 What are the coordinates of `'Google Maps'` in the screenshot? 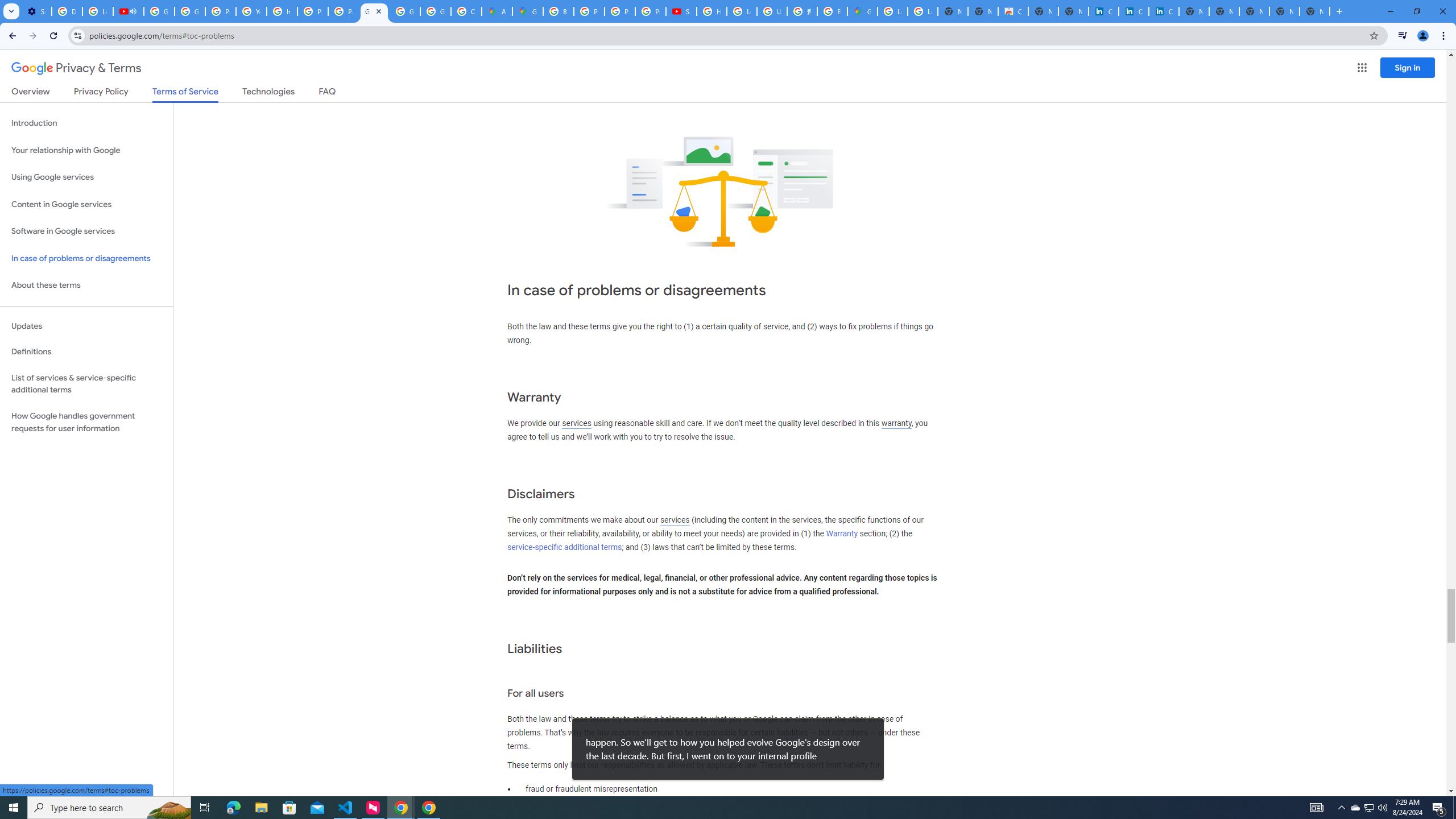 It's located at (528, 11).